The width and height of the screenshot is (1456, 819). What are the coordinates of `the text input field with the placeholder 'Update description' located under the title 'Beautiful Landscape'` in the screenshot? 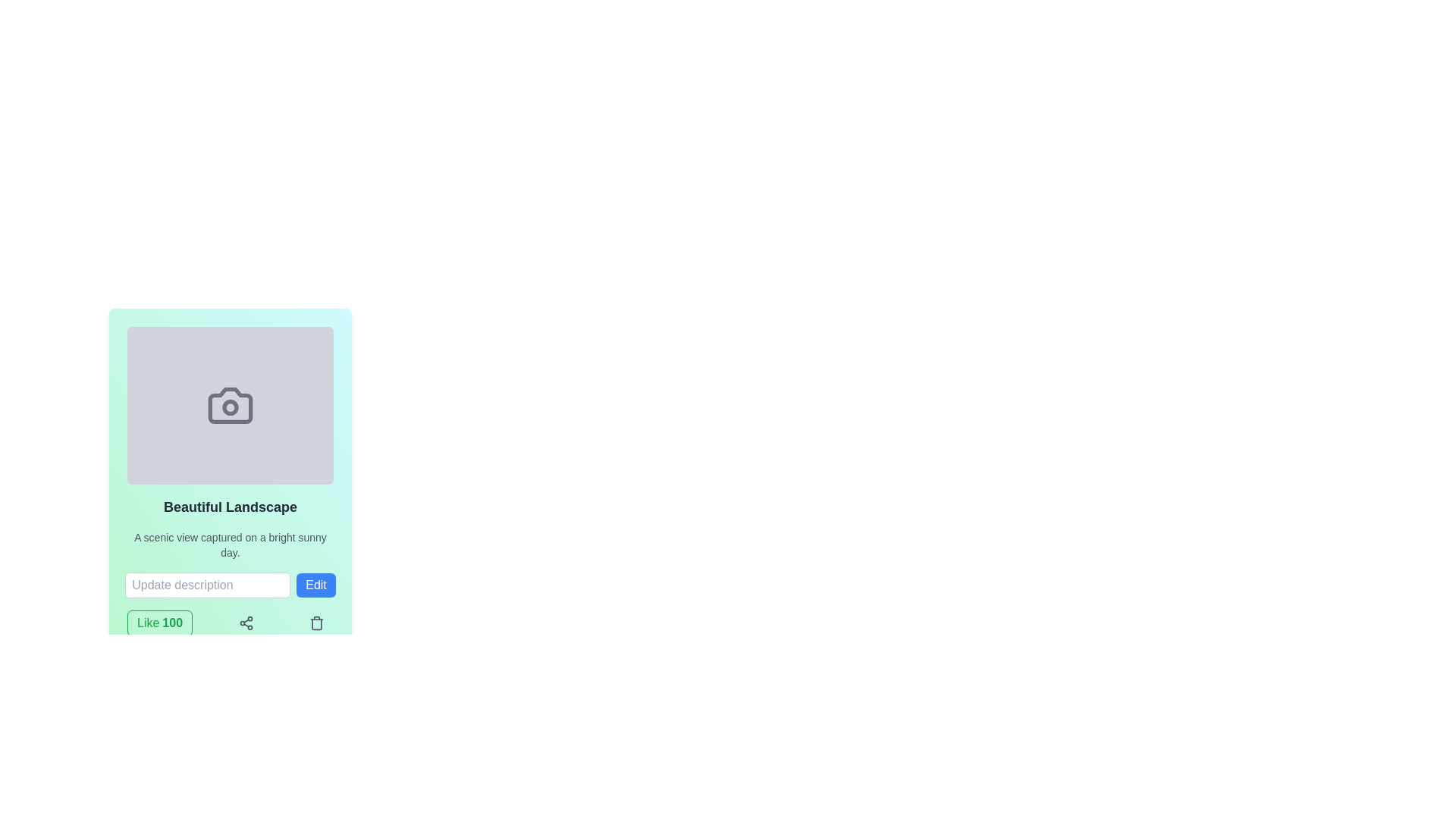 It's located at (229, 584).